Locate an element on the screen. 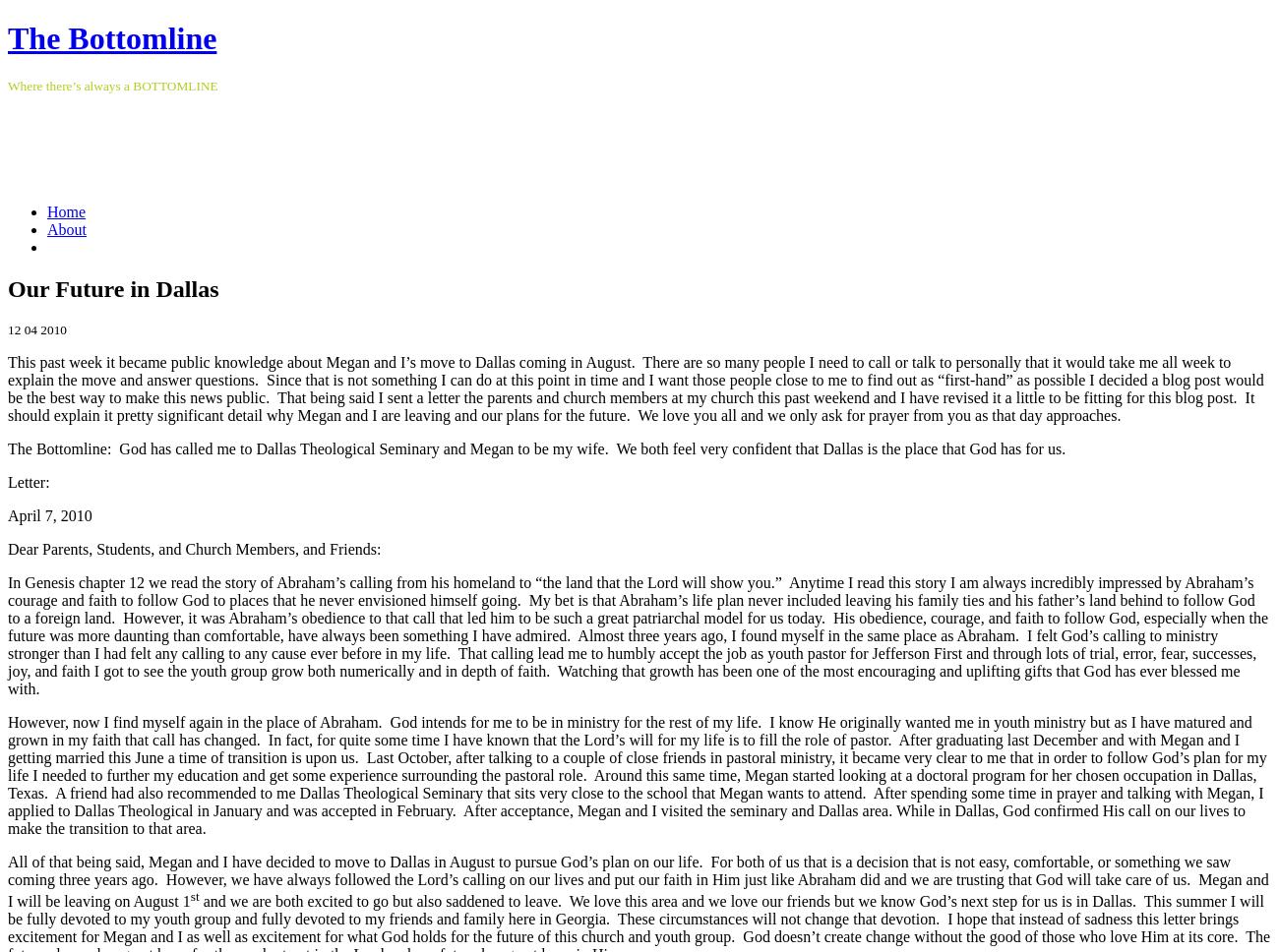  'However, now I find myself again in the place of Abraham.  God intends for me to be in ministry for the rest of my life.  I know He originally wanted me in youth ministry but as I have matured and grown in my faith that call has changed.  In fact, for quite some time I have known that the Lord’s will for my life is to fill the role of pastor.  After graduating last December and with Megan and I getting married this June a time of transition is upon us.  Last October, after talking to a couple of close friends in pastoral ministry, it became very clear to me that in order to follow God’s plan for my life I needed to further my education and get some experience surrounding the pastoral role.  Around this same time, Megan started looking at a doctoral program for her chosen occupation in Dallas, Texas.  A friend had also recommended to me Dallas Theological Seminary that sits very close to the school that Megan wants to attend.  After spending some time in prayer and talking with Megan, I applied to Dallas Theological in January and was accepted in February.  After acceptance, Megan and I visited the seminary and Dallas area. While in Dallas, God confirmed His call on our lives to make the transition to that area.' is located at coordinates (7, 773).